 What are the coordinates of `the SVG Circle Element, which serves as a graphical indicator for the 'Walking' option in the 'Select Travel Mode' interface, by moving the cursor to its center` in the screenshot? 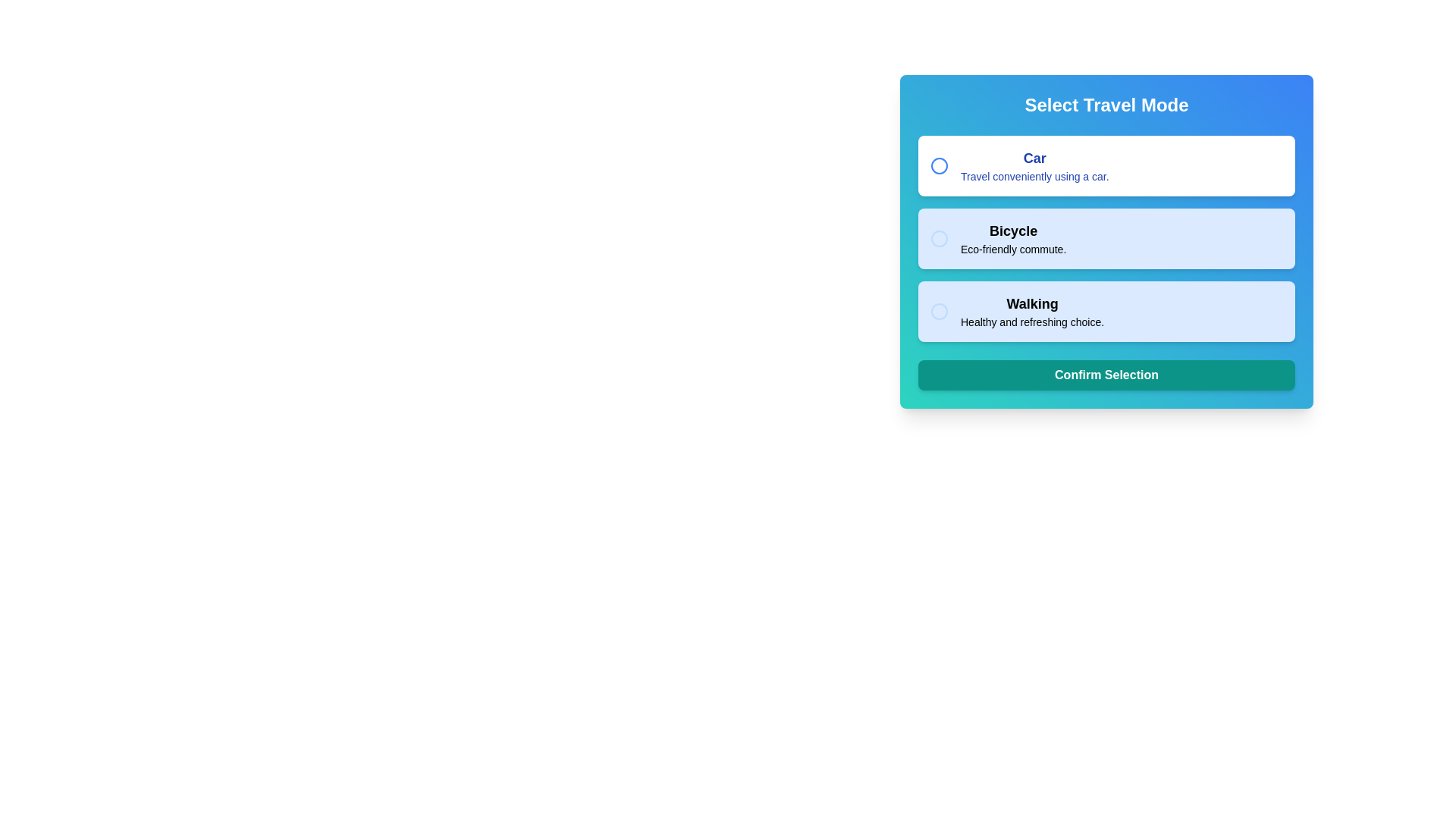 It's located at (938, 311).